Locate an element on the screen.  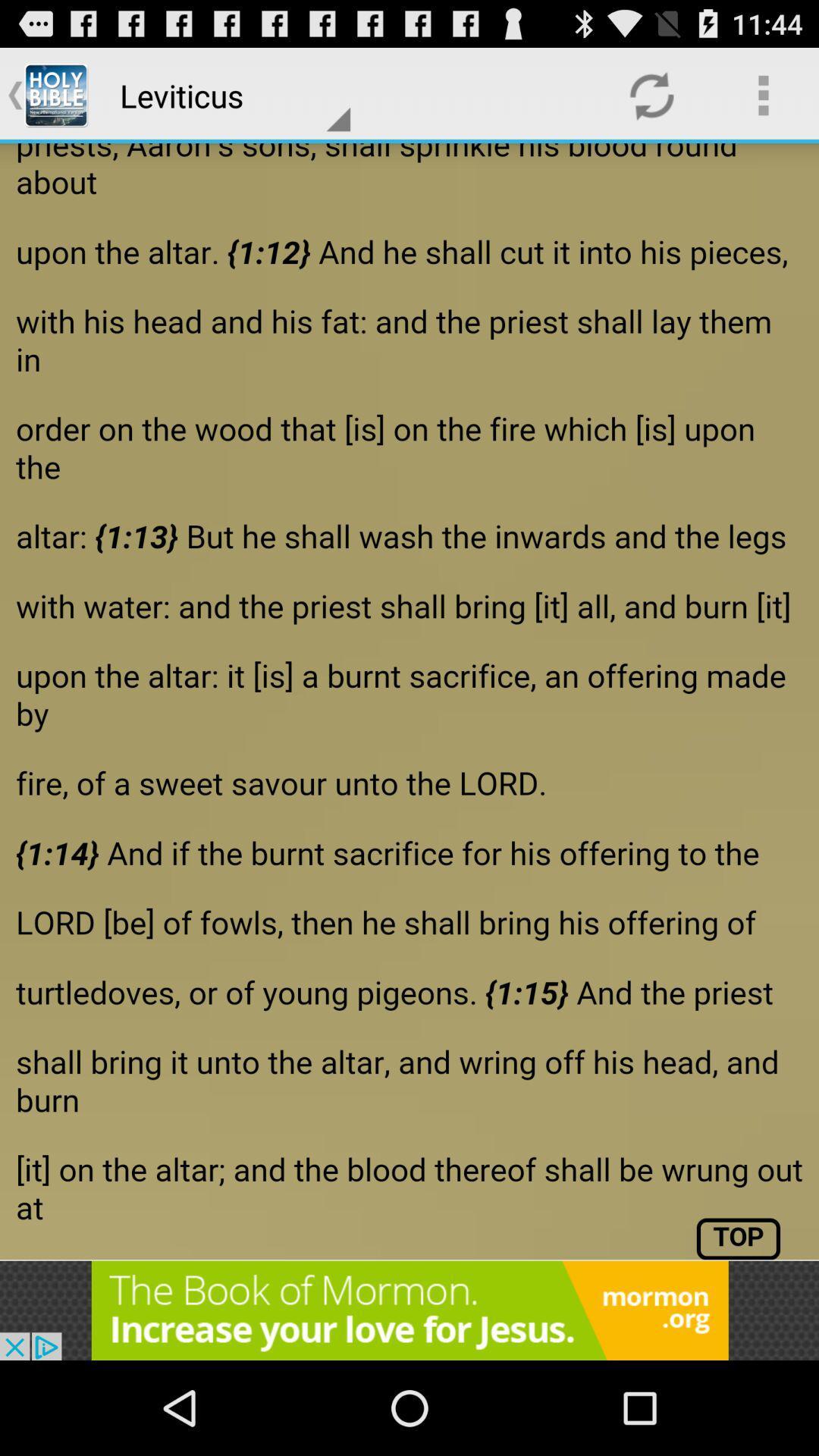
advertisement page is located at coordinates (409, 701).